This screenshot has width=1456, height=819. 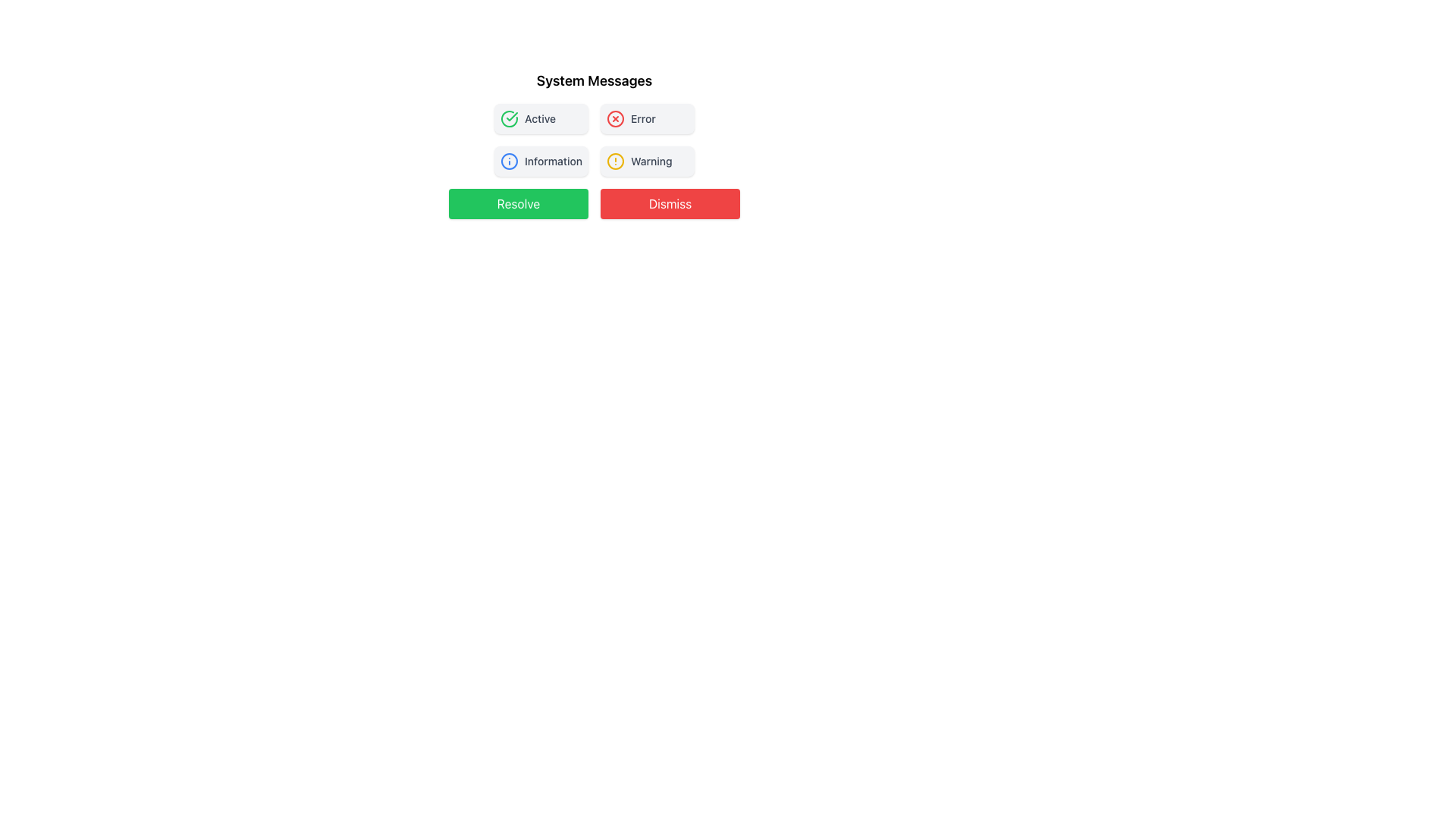 I want to click on the Static Indicator (Label with Icon) that serves as an error status indicator, positioned in the top row of a grid layout, to the right of the 'Active' element, so click(x=648, y=118).